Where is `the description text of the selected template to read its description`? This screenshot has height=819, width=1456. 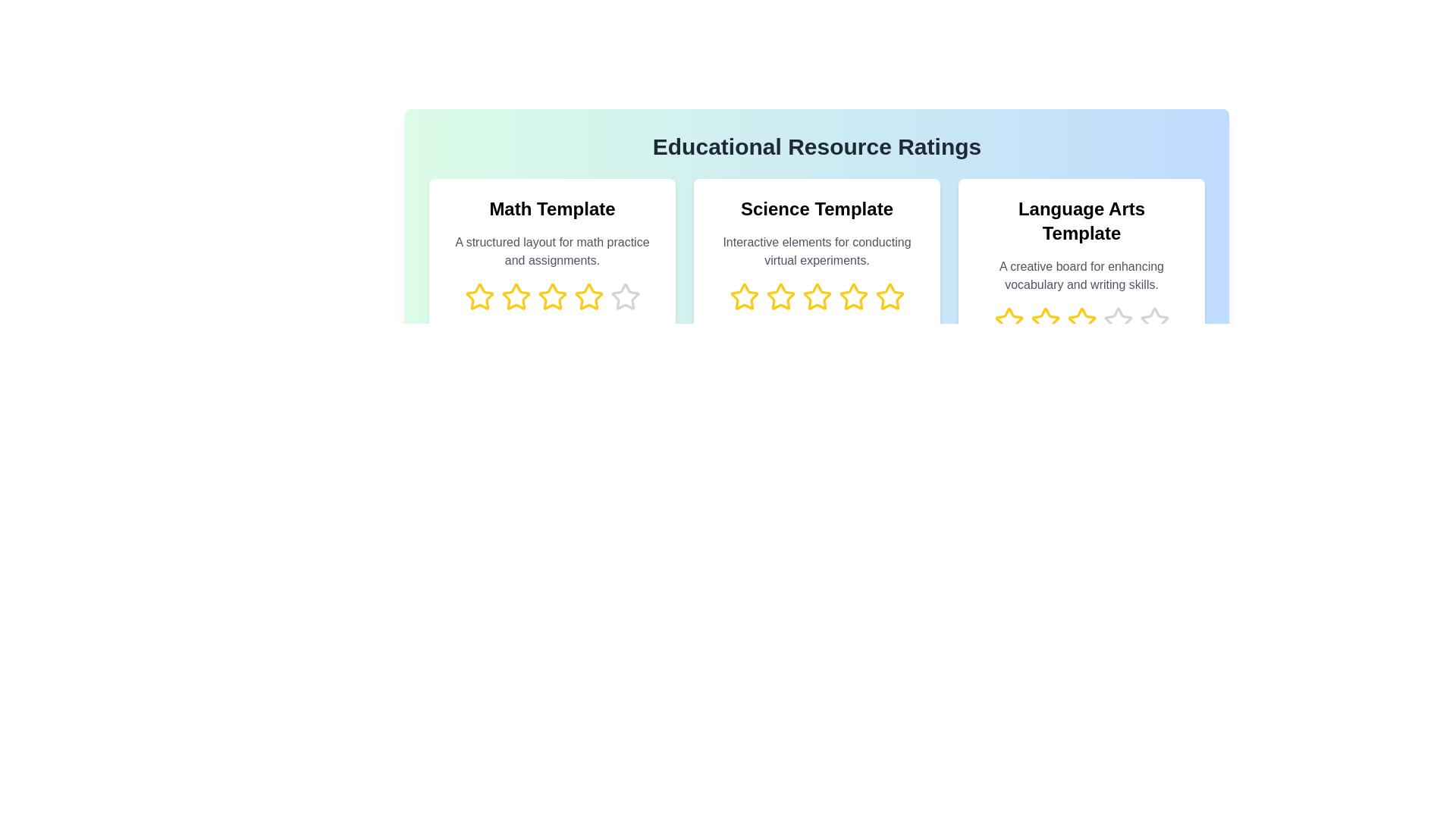 the description text of the selected template to read its description is located at coordinates (551, 250).